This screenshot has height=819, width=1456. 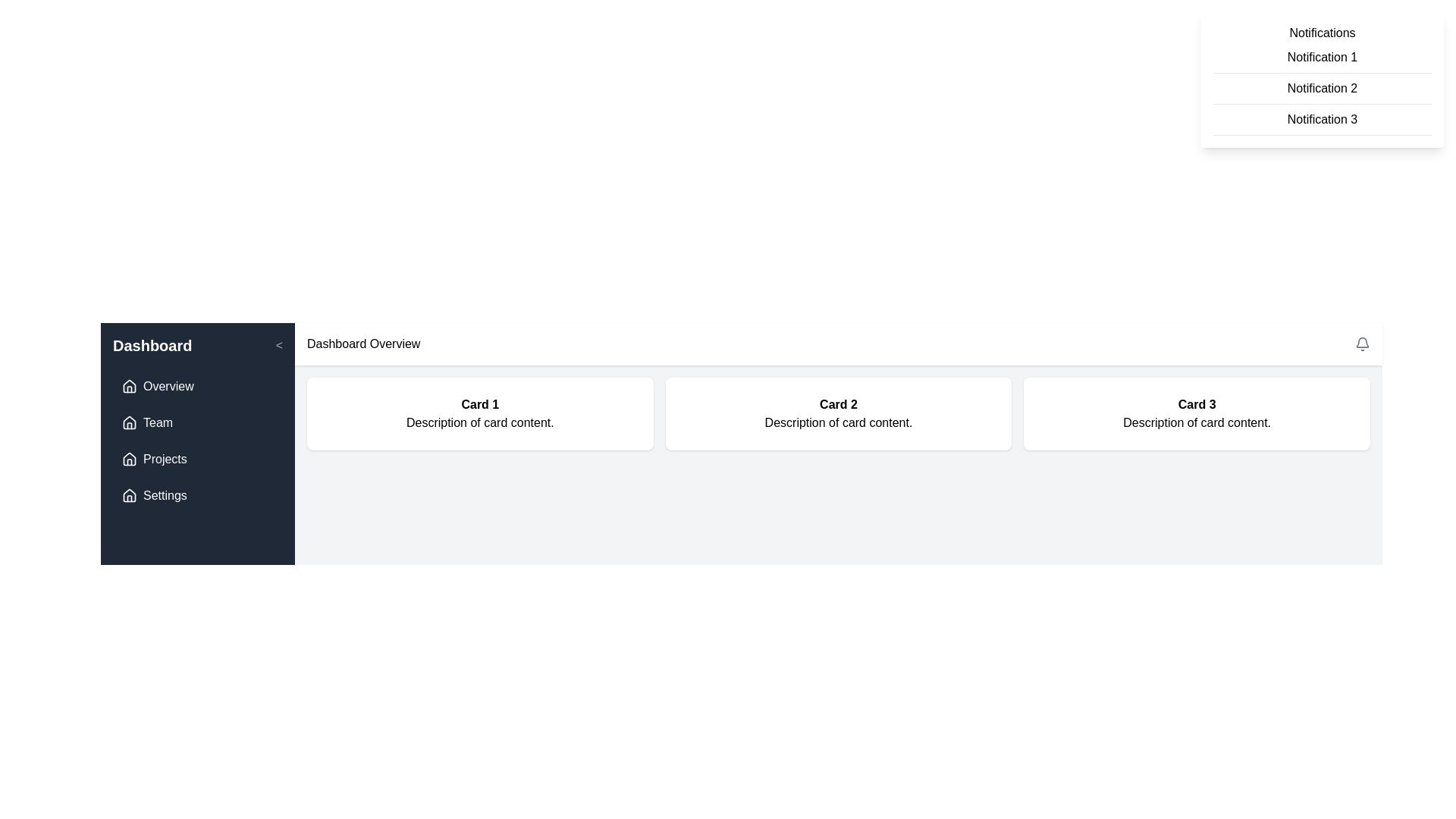 I want to click on the 'Team' button, which is the rectangular button with a dark background and rounded corners, located below the 'Overview' button and above the 'Projects' button in the vertical navigation list, so click(x=196, y=423).